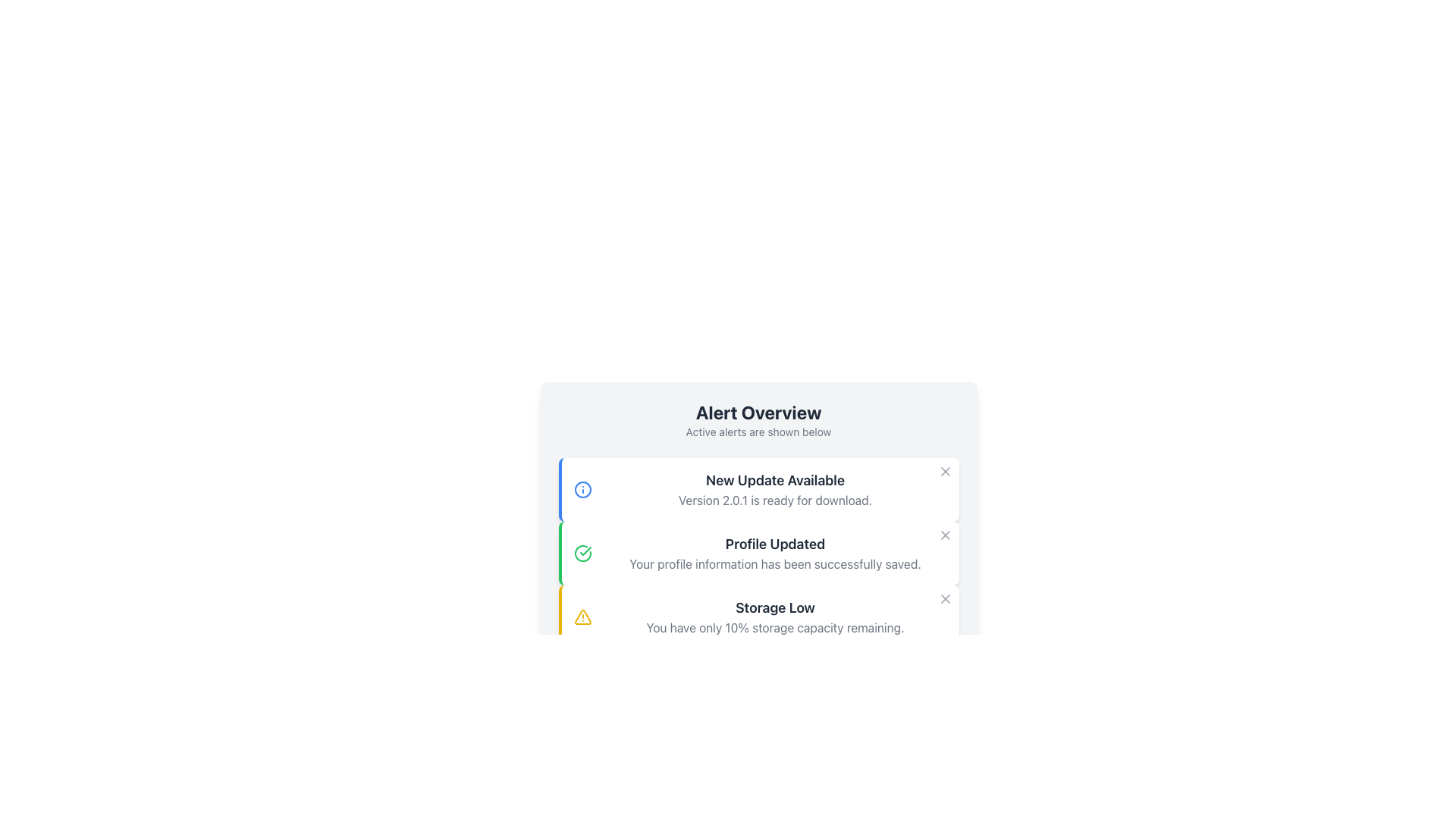 Image resolution: width=1456 pixels, height=819 pixels. I want to click on the close icon styled as an 'X' in the third notification box labeled 'Profile Updated', so click(944, 534).